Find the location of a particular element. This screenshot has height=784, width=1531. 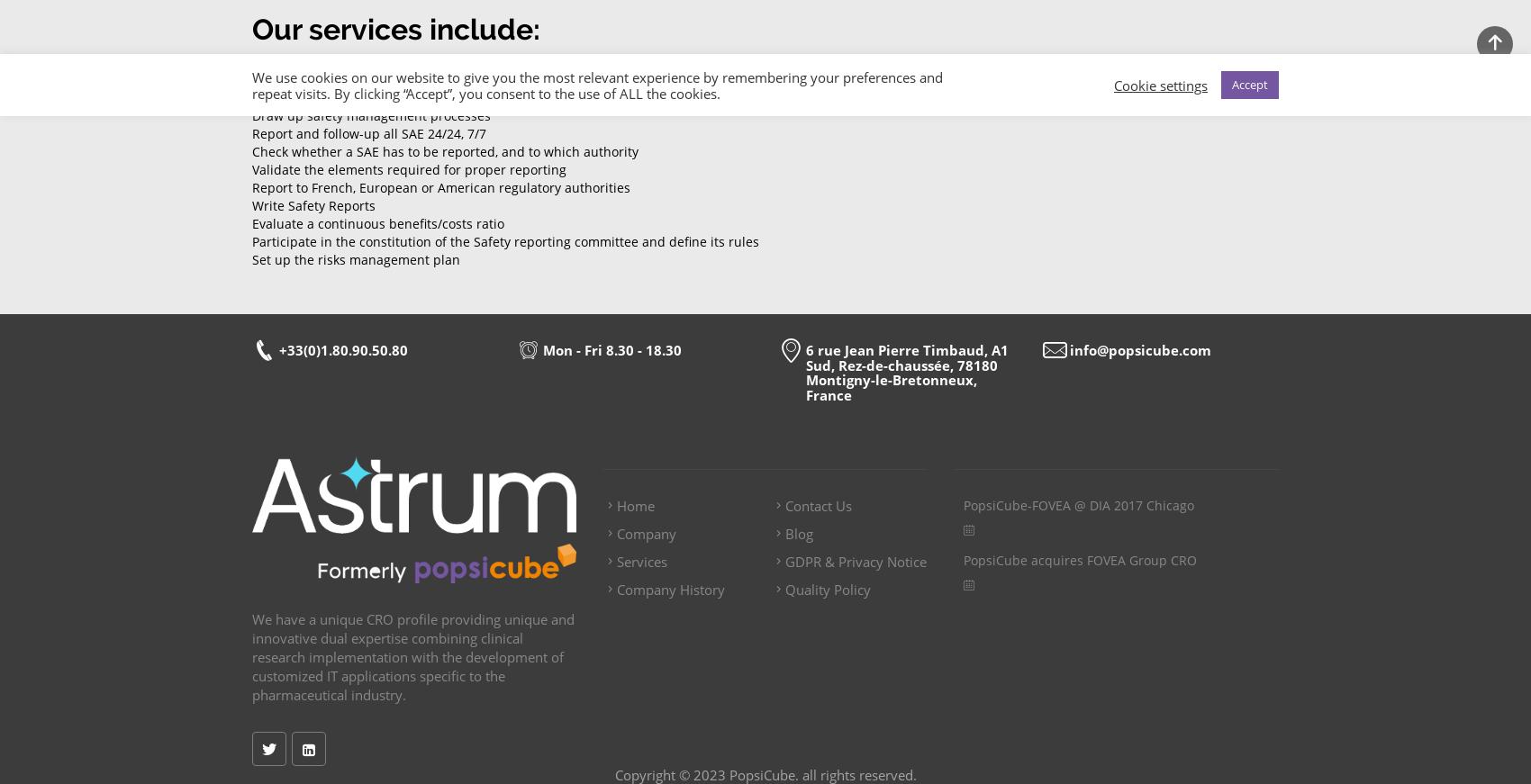

'Contact Us' is located at coordinates (784, 505).